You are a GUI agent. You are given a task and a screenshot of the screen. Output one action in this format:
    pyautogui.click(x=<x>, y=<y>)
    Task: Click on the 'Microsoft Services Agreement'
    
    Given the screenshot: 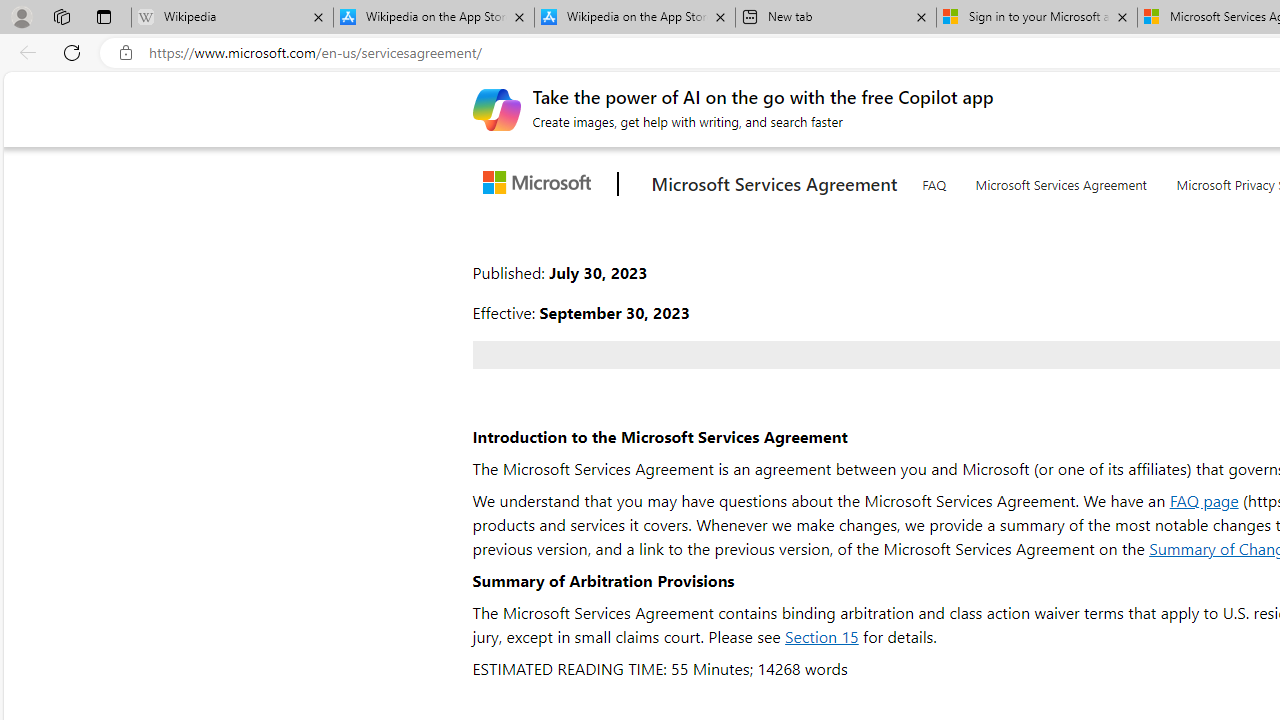 What is the action you would take?
    pyautogui.click(x=1060, y=181)
    